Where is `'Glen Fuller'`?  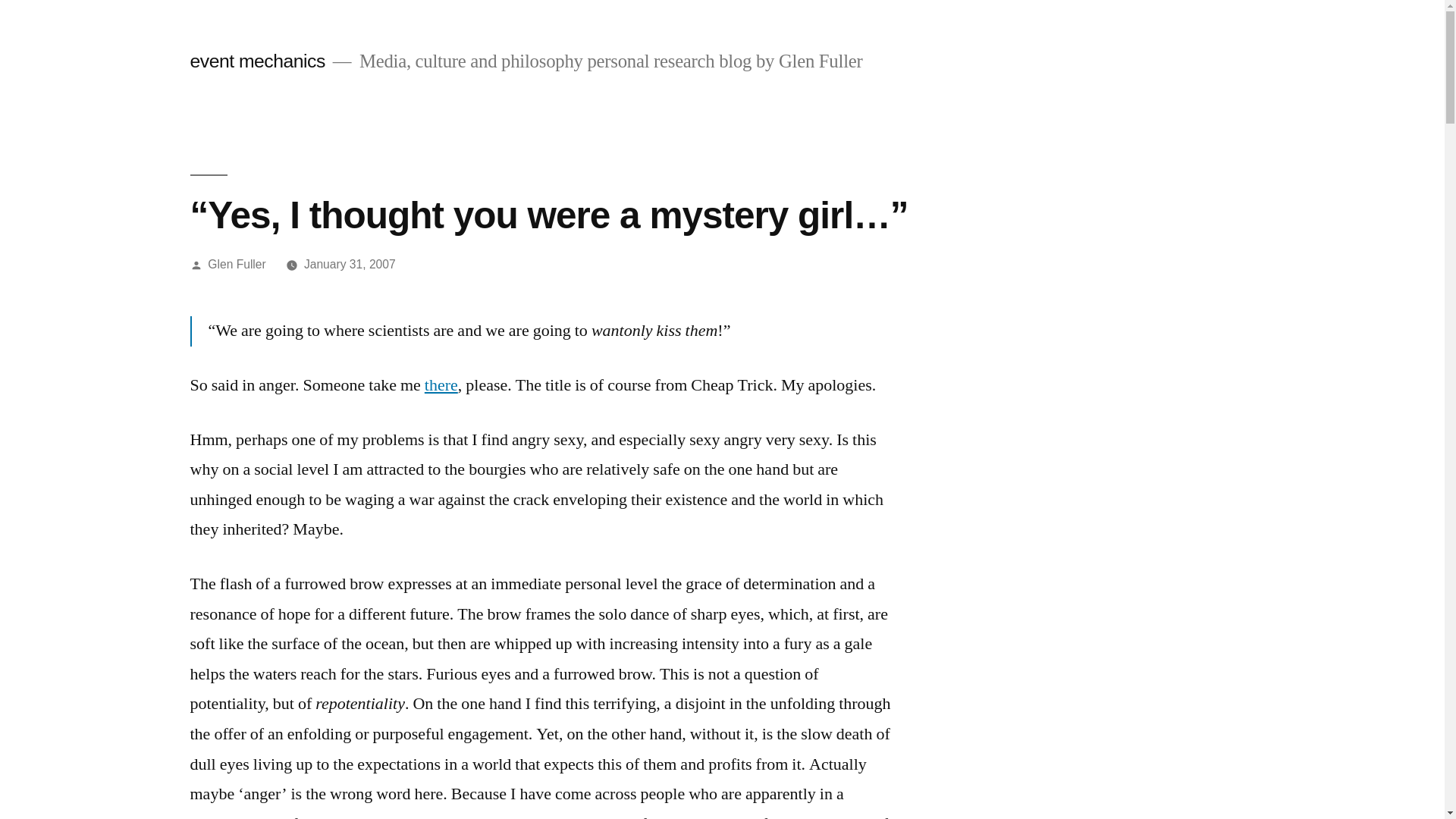 'Glen Fuller' is located at coordinates (236, 263).